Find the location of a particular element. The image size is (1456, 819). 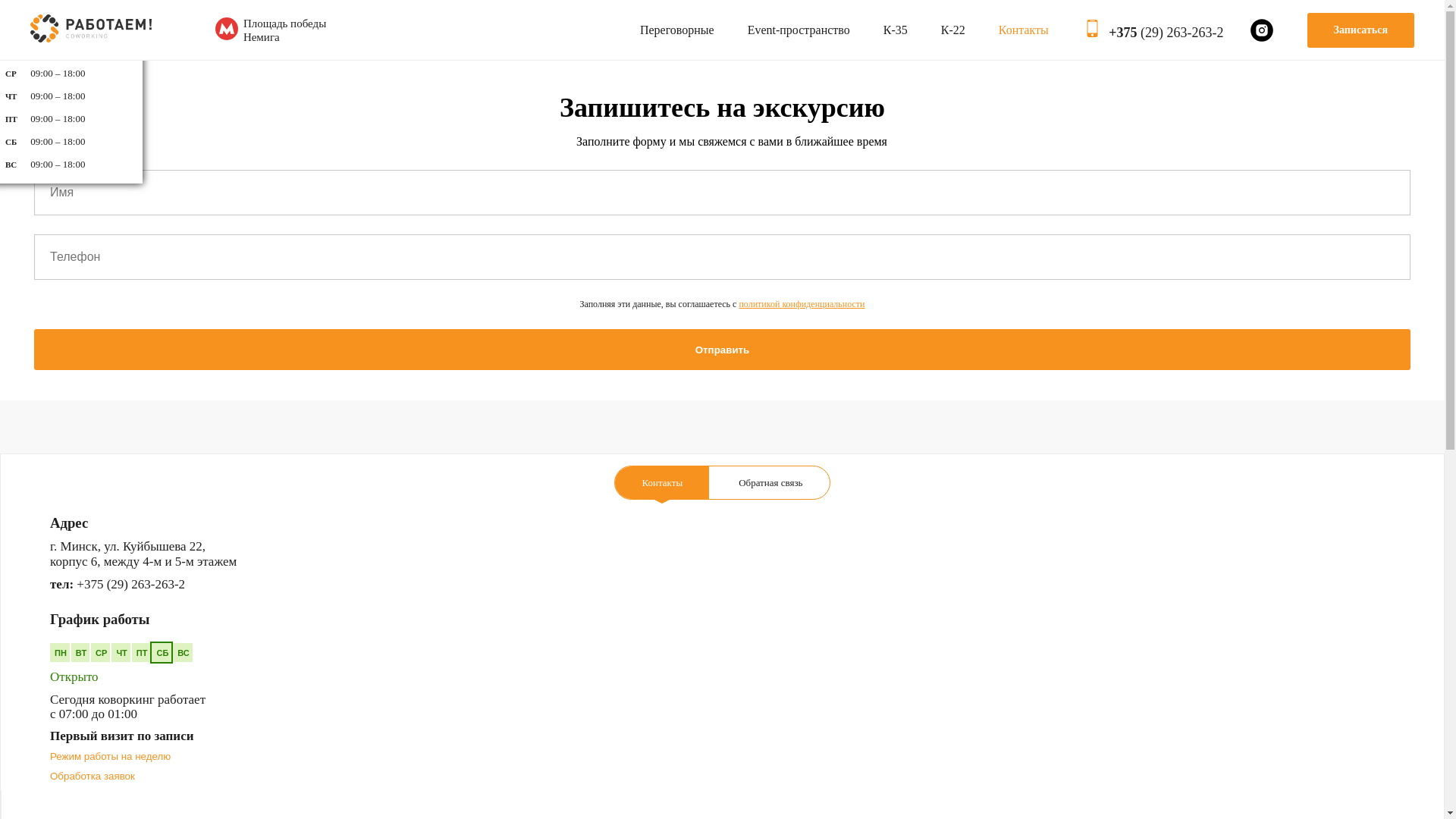

'Instagram' is located at coordinates (1262, 29).